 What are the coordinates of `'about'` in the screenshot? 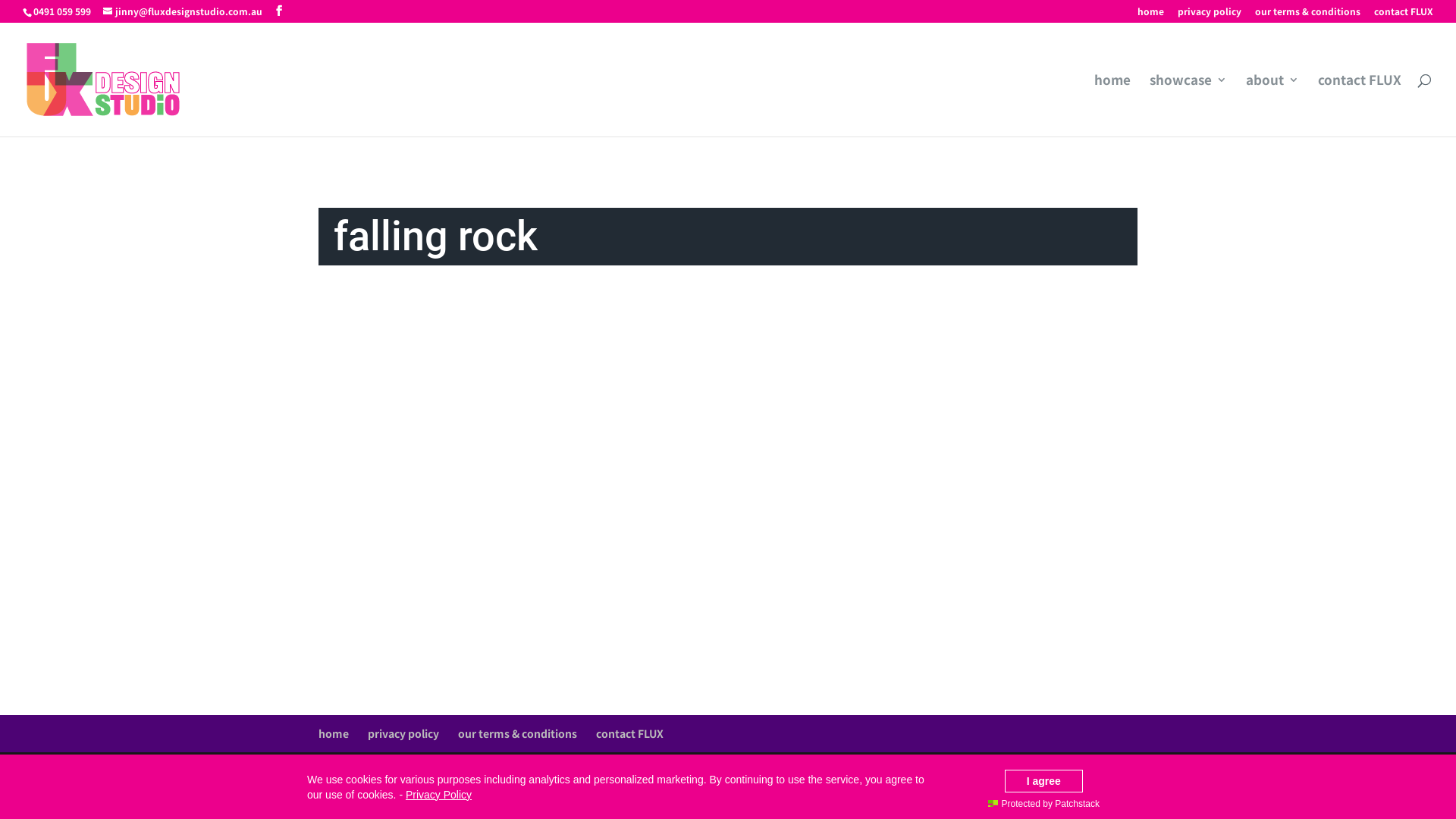 It's located at (1272, 104).